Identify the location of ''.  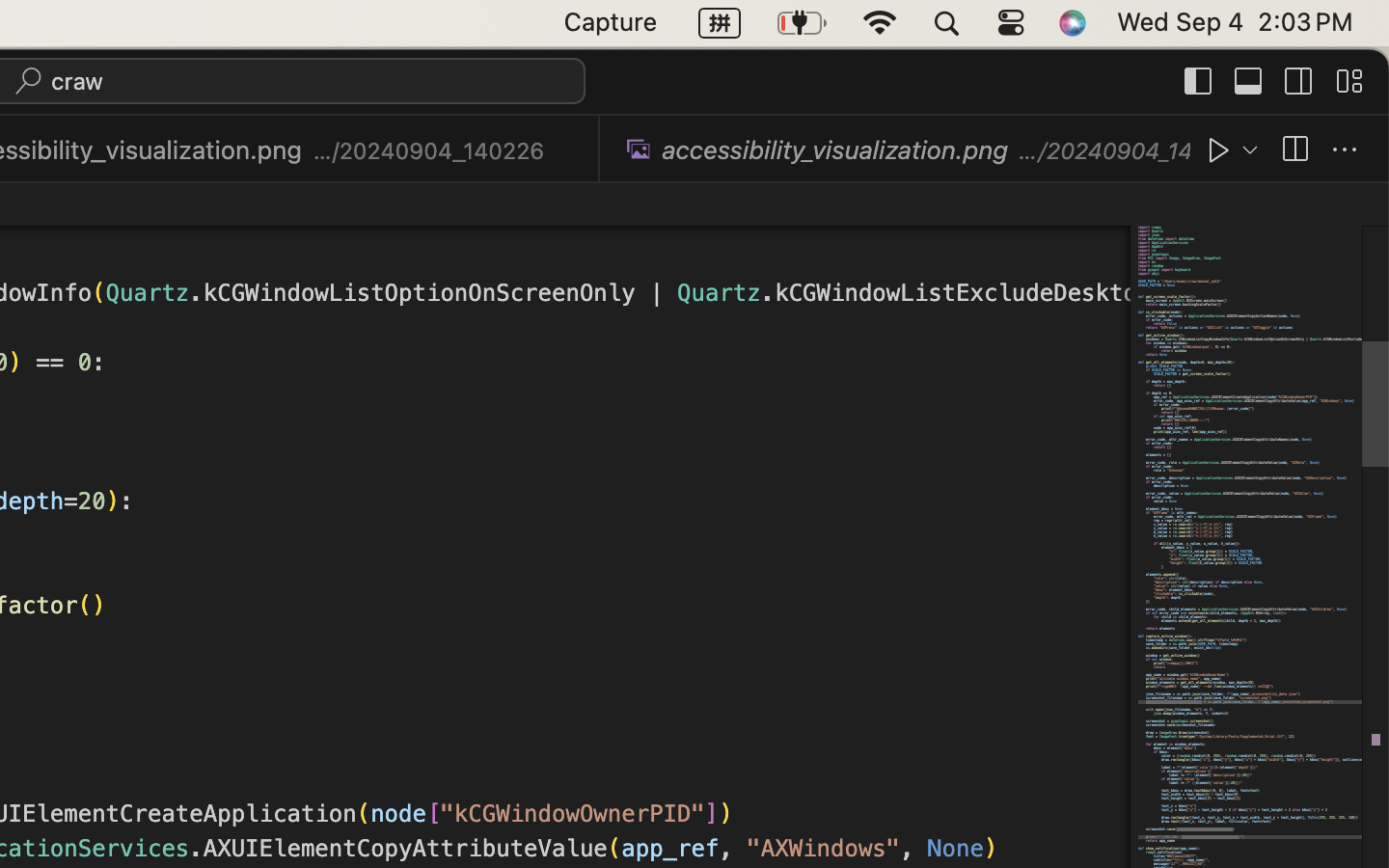
(1248, 79).